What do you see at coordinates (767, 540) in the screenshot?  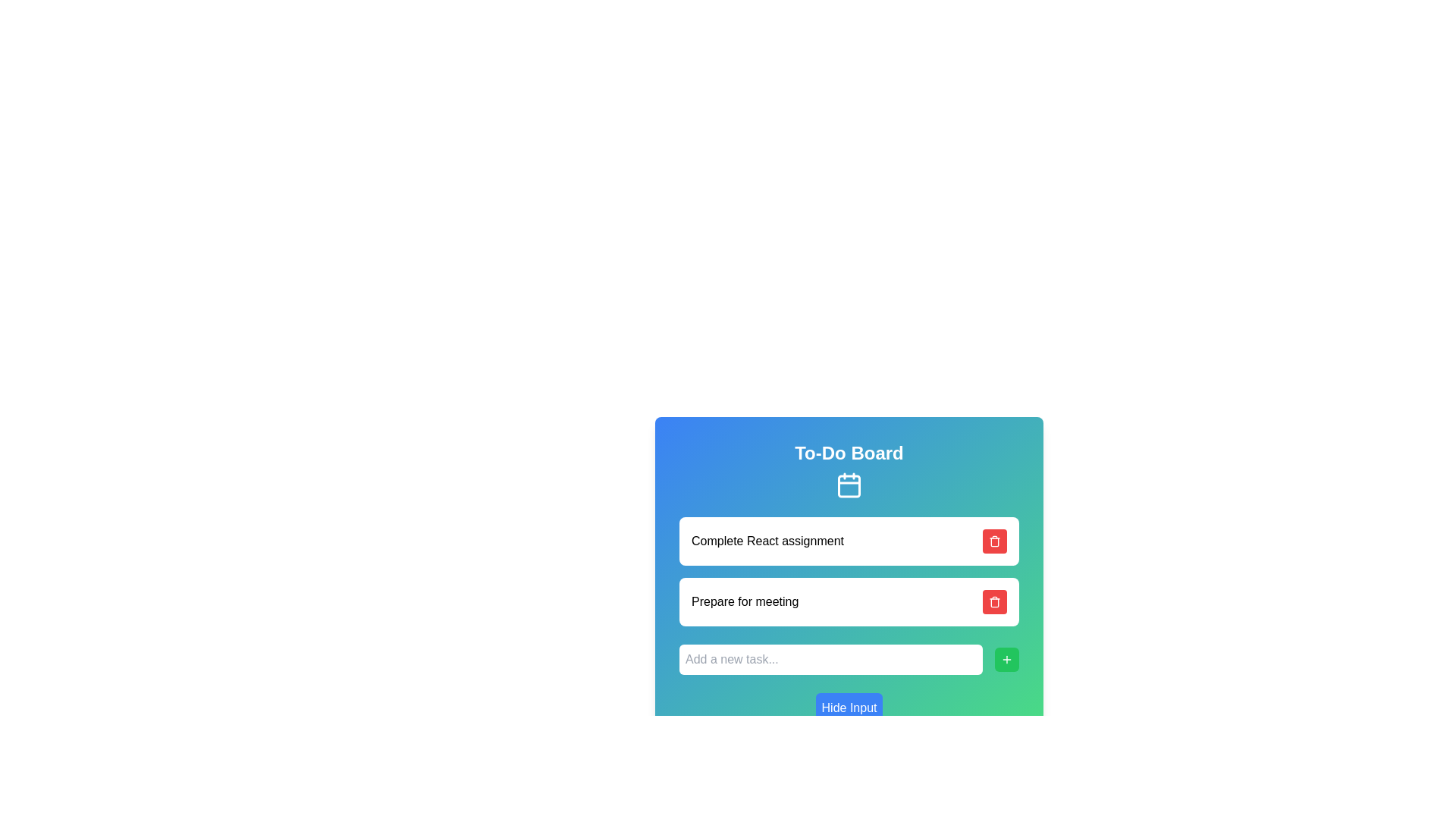 I see `the task label in the upper section of the 'To-Do Board' interface, which identifies a specific task` at bounding box center [767, 540].